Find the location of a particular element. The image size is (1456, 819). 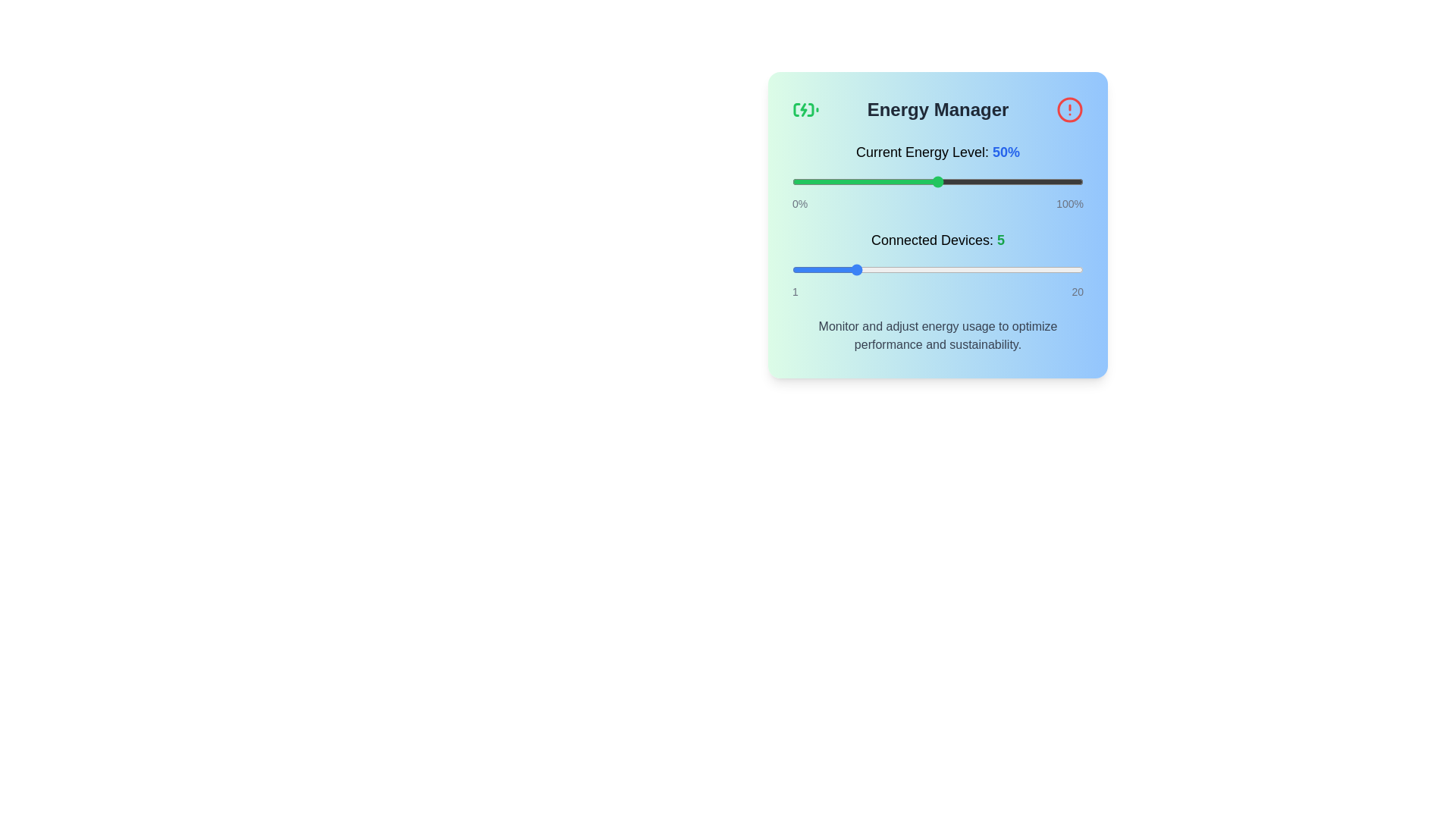

the energy level slider to 4% is located at coordinates (803, 180).